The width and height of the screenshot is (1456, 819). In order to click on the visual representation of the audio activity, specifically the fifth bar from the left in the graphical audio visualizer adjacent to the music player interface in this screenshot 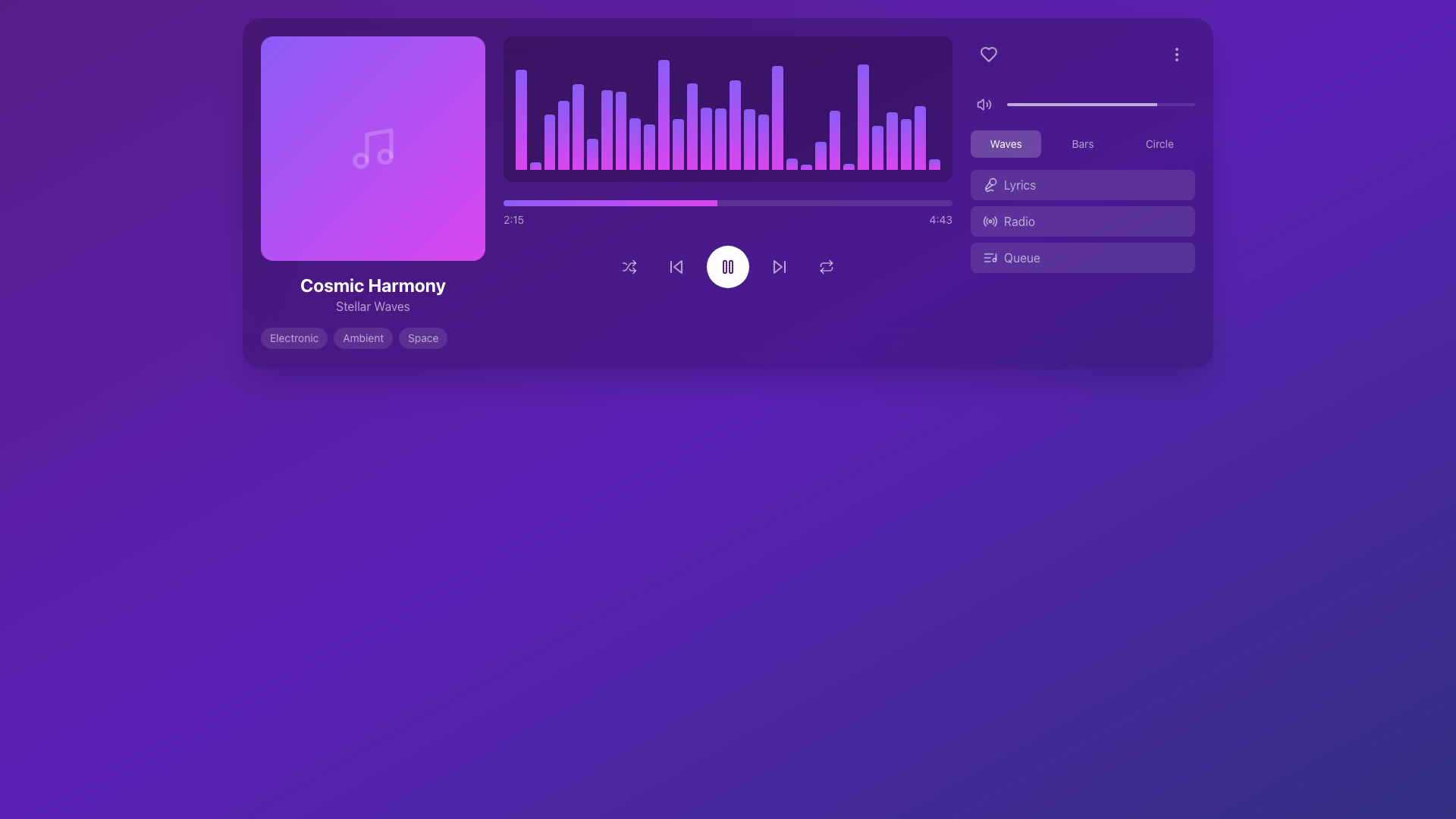, I will do `click(577, 126)`.